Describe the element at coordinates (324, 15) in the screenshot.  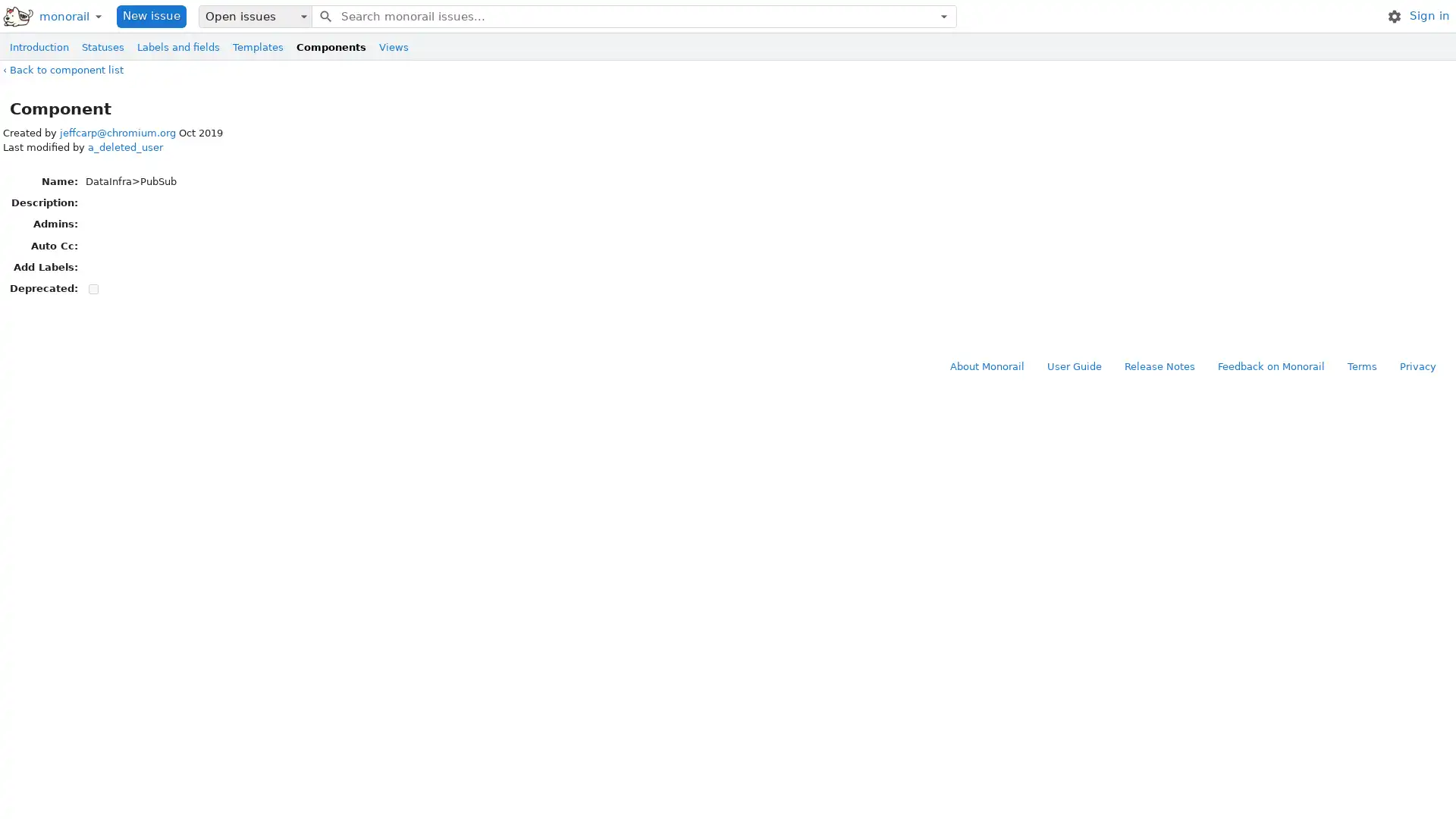
I see `search` at that location.